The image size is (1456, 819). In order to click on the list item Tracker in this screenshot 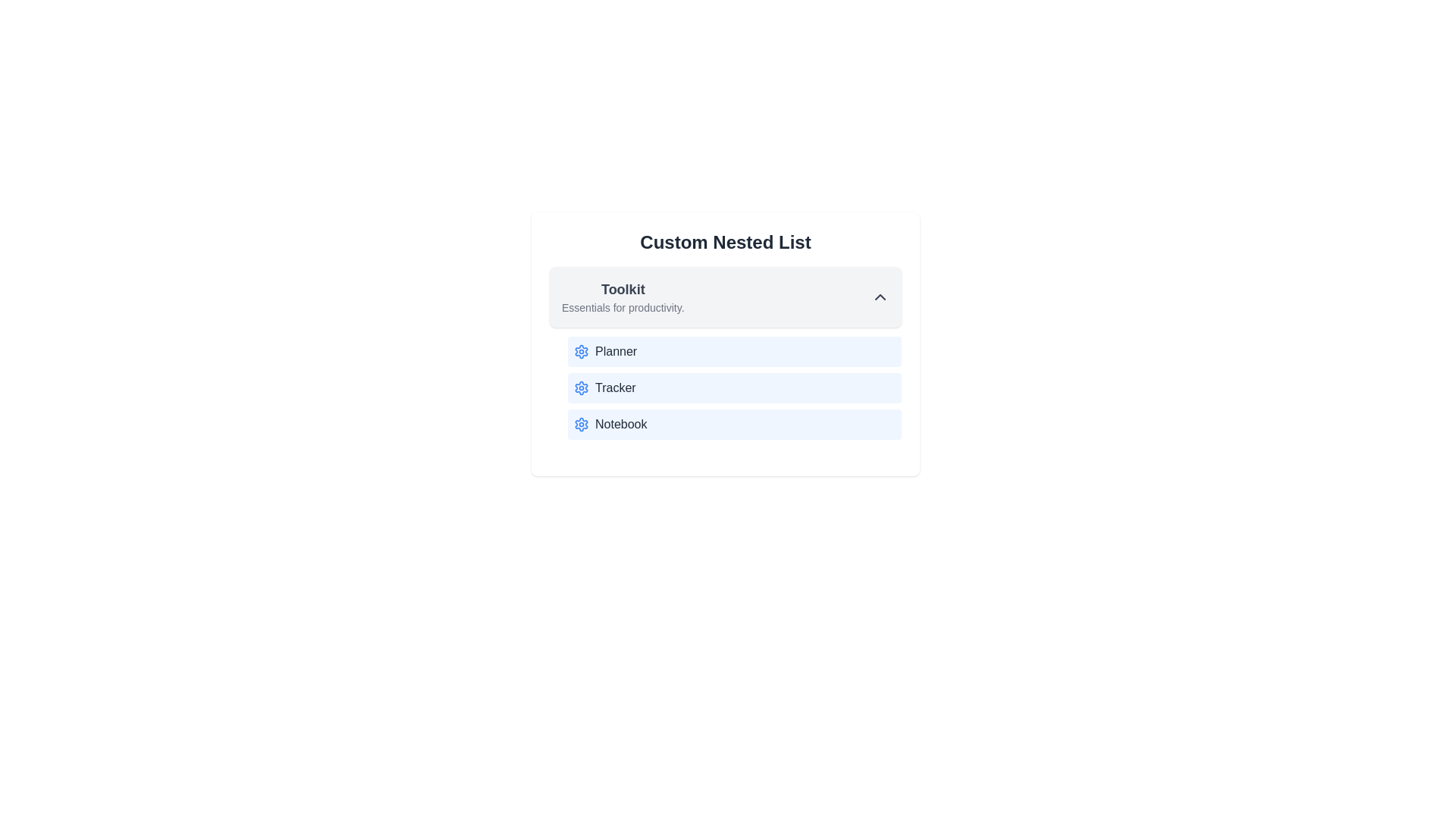, I will do `click(735, 388)`.